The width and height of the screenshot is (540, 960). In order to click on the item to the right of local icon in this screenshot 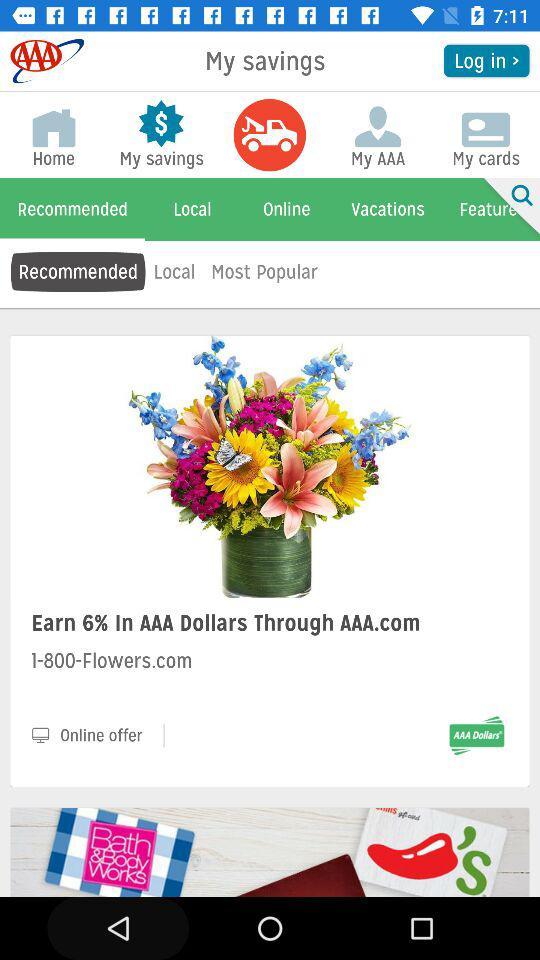, I will do `click(264, 270)`.